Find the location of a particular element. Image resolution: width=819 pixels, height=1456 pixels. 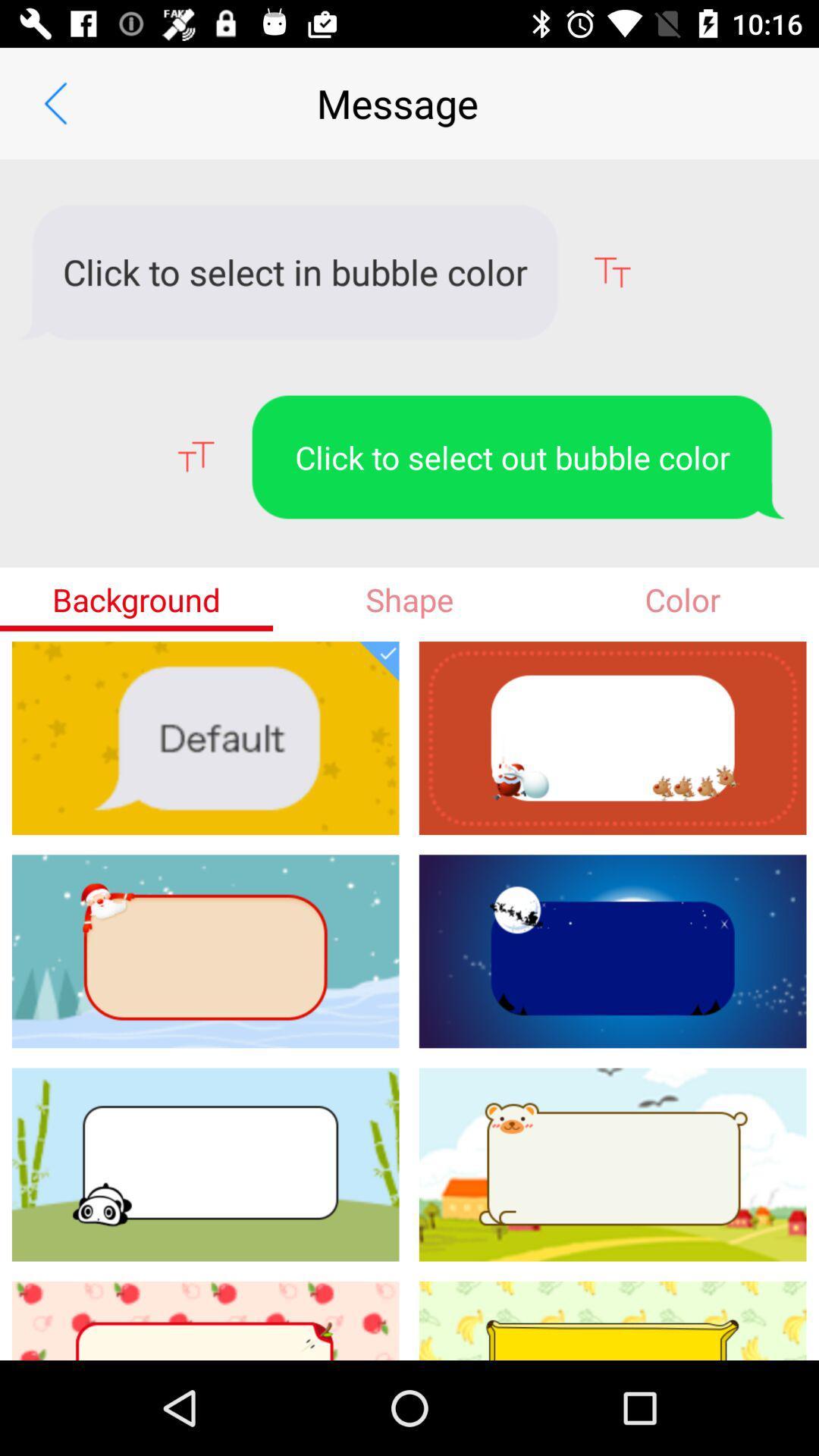

tick mark which is below shape is located at coordinates (378, 661).